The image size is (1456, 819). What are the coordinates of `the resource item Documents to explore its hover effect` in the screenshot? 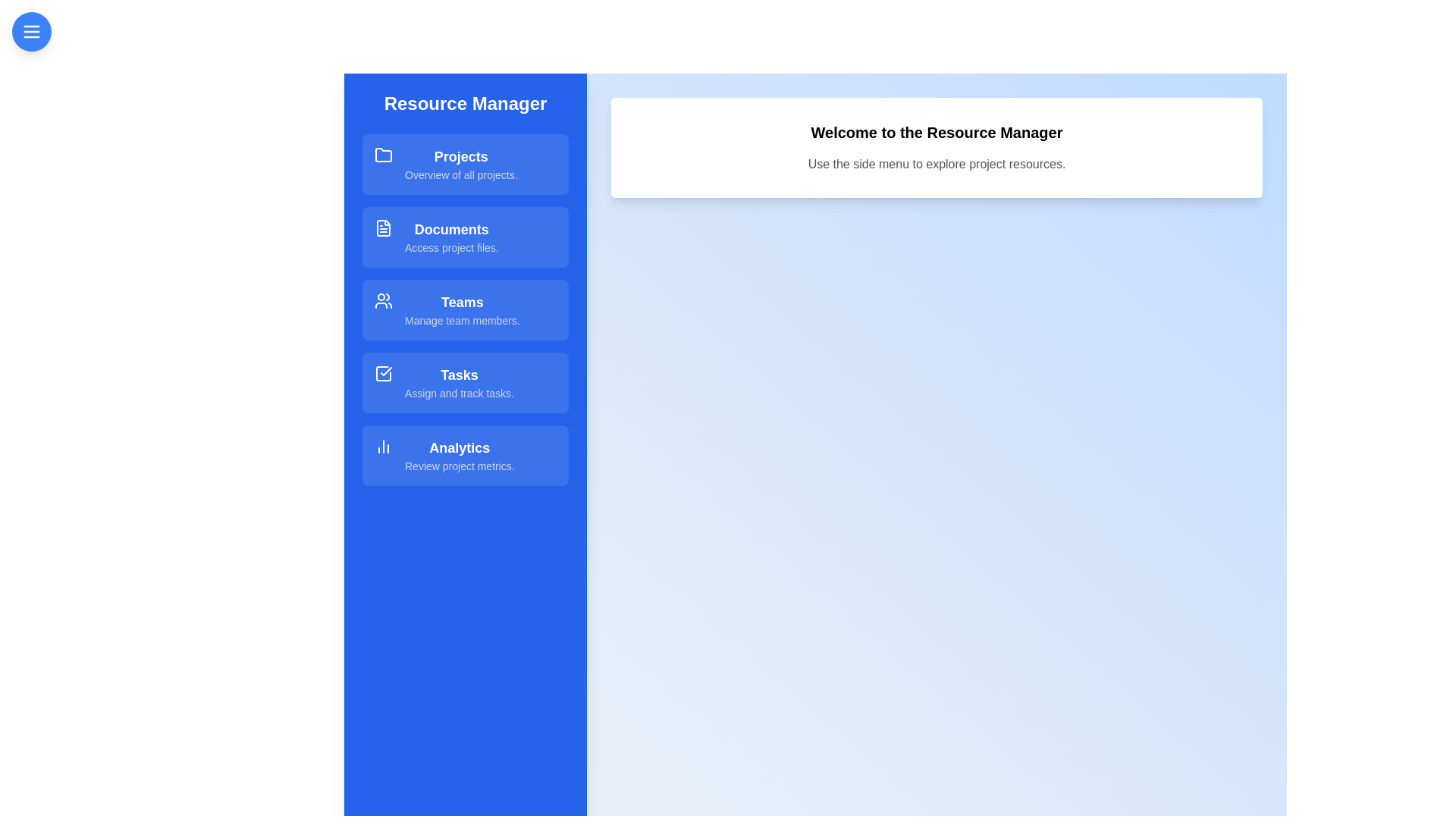 It's located at (465, 237).